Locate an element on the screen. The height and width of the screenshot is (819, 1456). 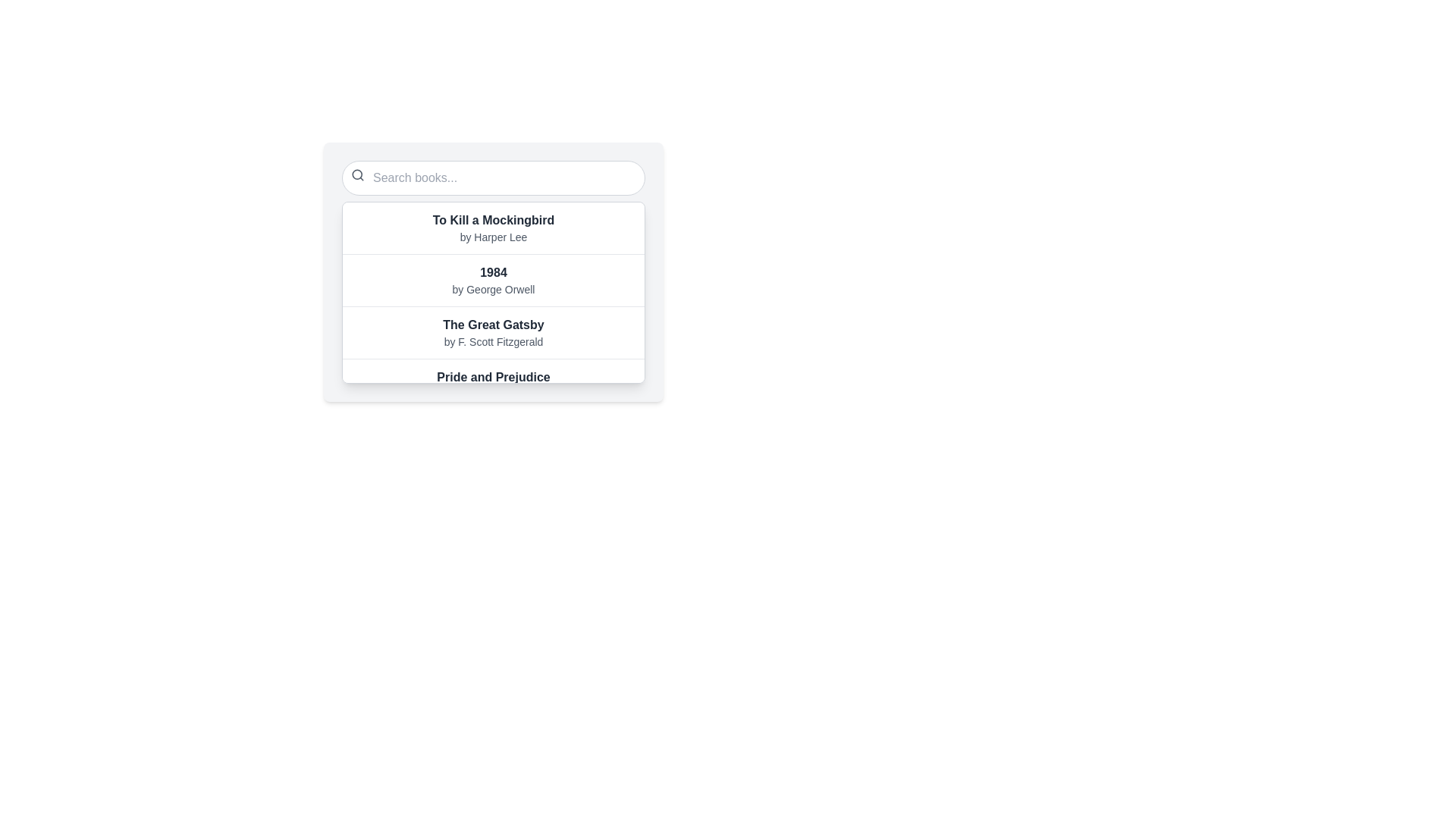
the first list item in the book suggestions titled 'To Kill a Mockingbird' by Harper Lee is located at coordinates (494, 227).